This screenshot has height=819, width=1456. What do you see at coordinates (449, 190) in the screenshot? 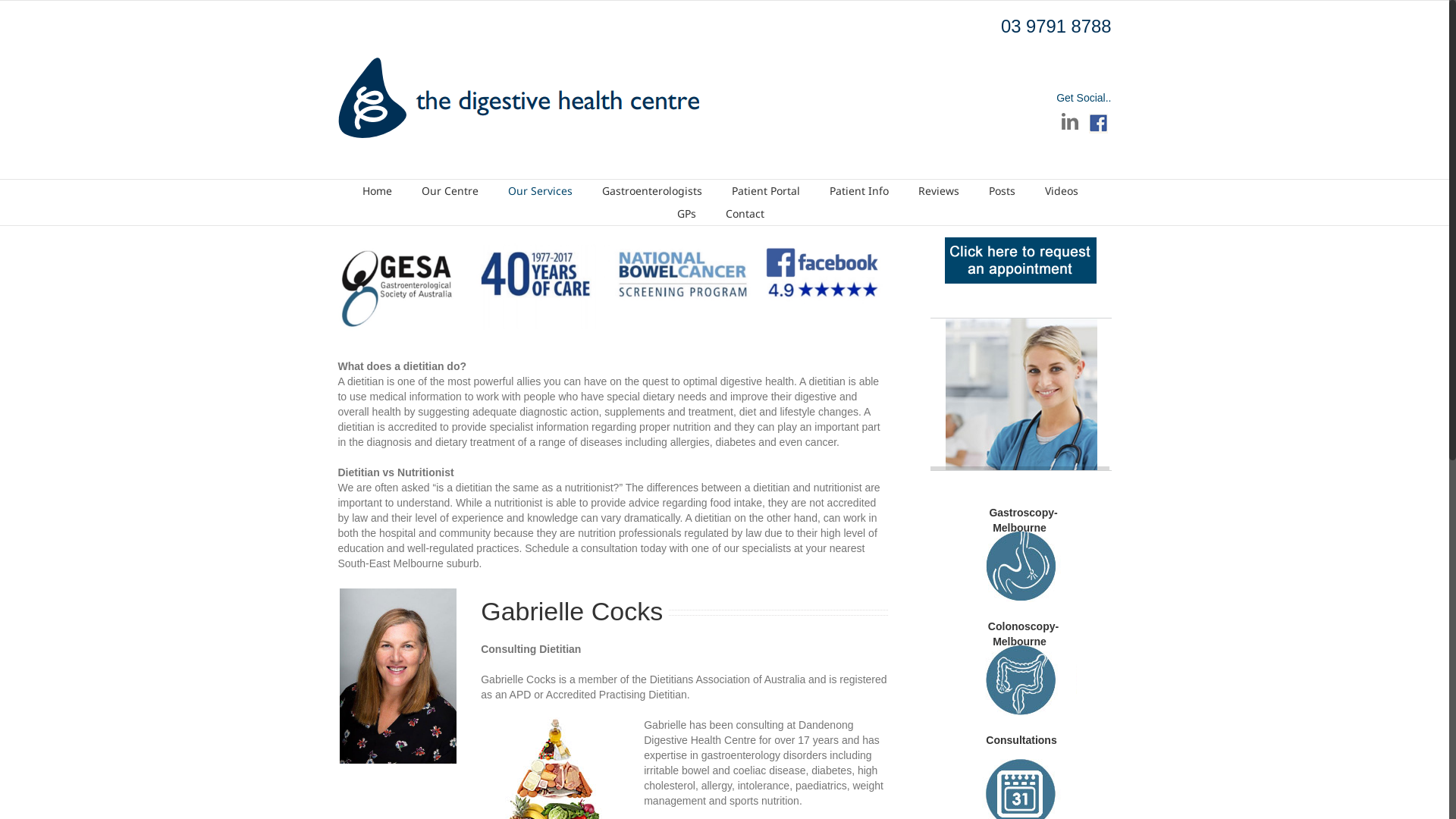
I see `'Our Centre'` at bounding box center [449, 190].